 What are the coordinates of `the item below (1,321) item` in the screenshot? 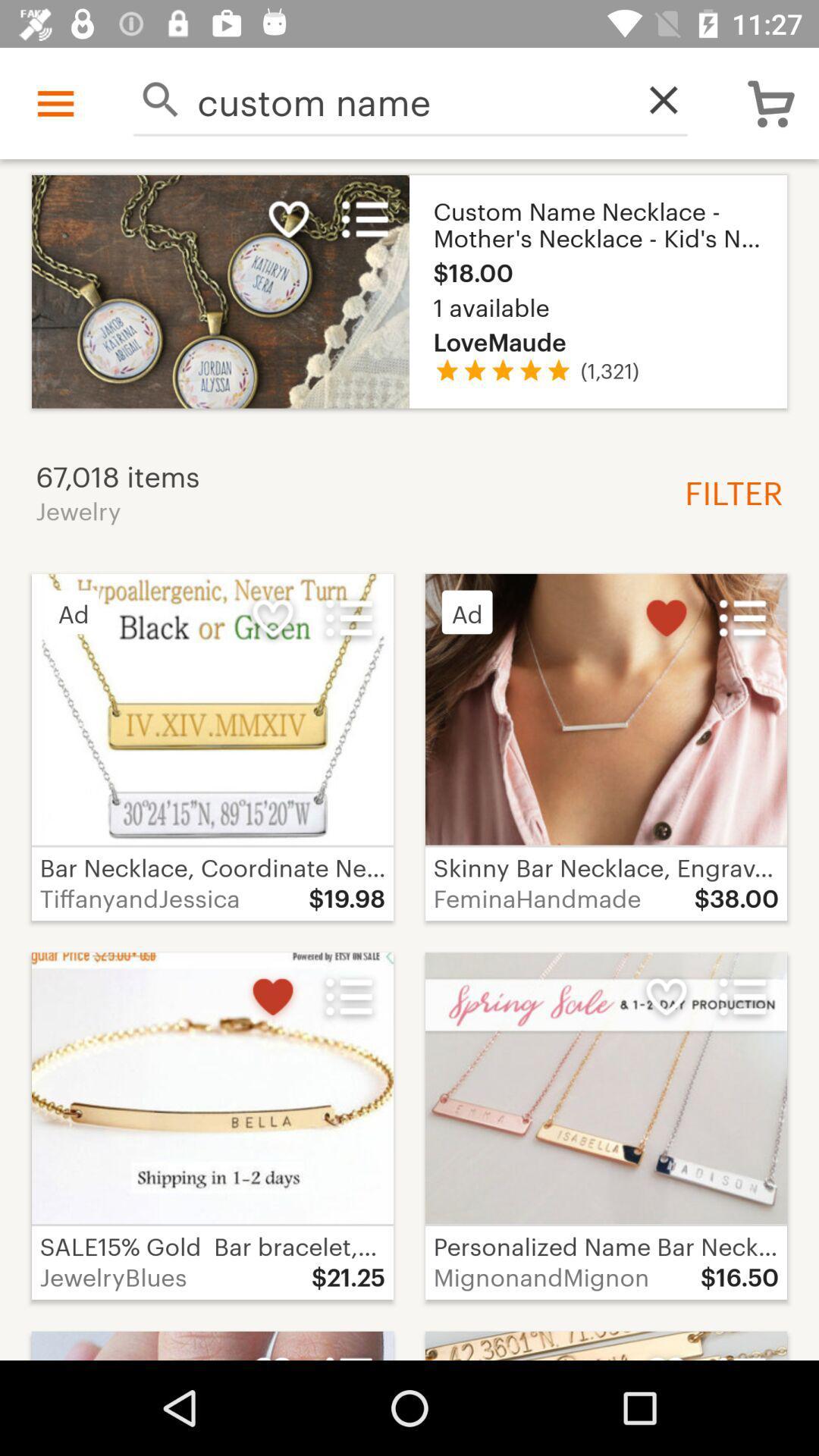 It's located at (727, 491).